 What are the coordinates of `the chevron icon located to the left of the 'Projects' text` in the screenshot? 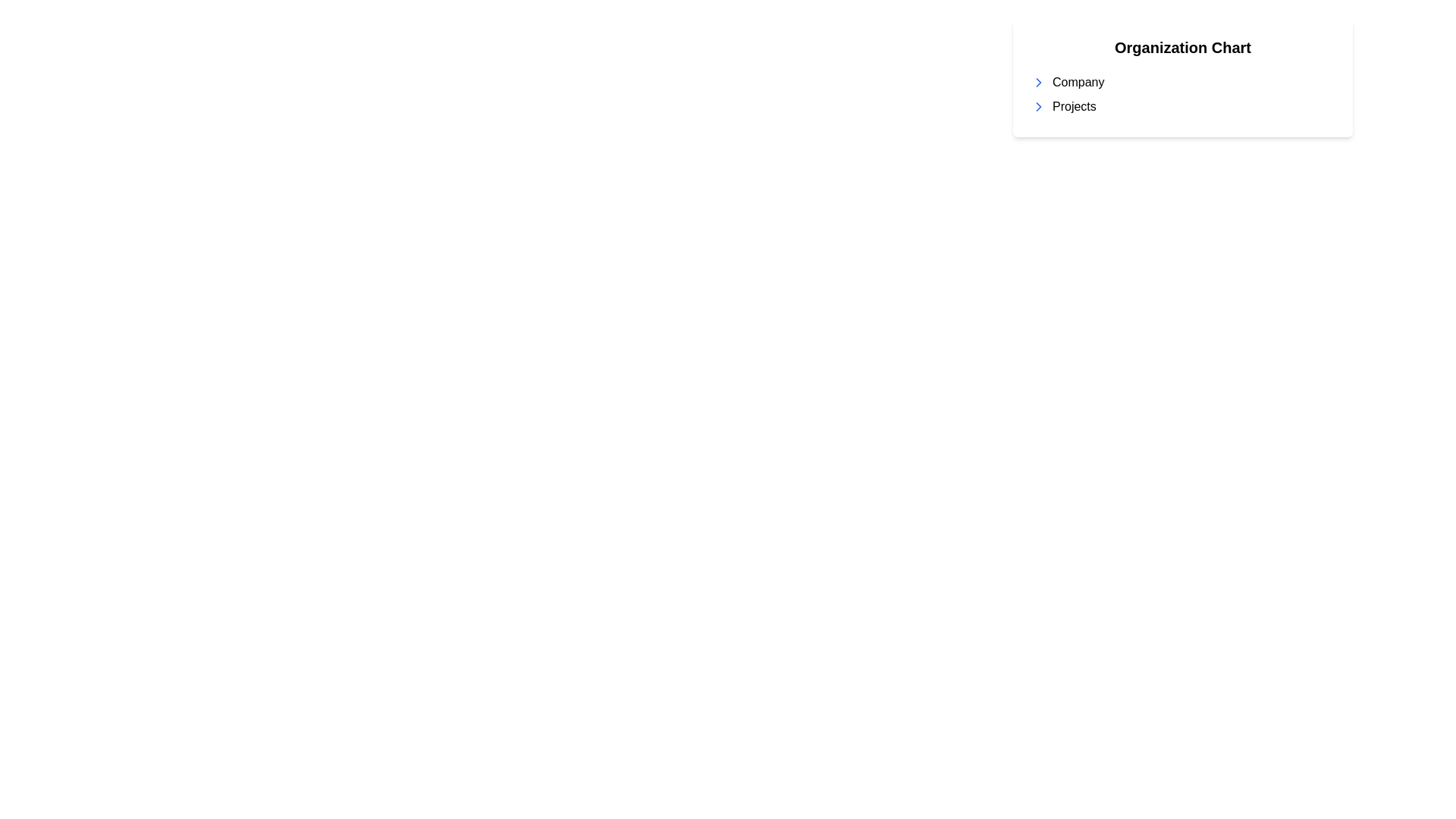 It's located at (1037, 82).